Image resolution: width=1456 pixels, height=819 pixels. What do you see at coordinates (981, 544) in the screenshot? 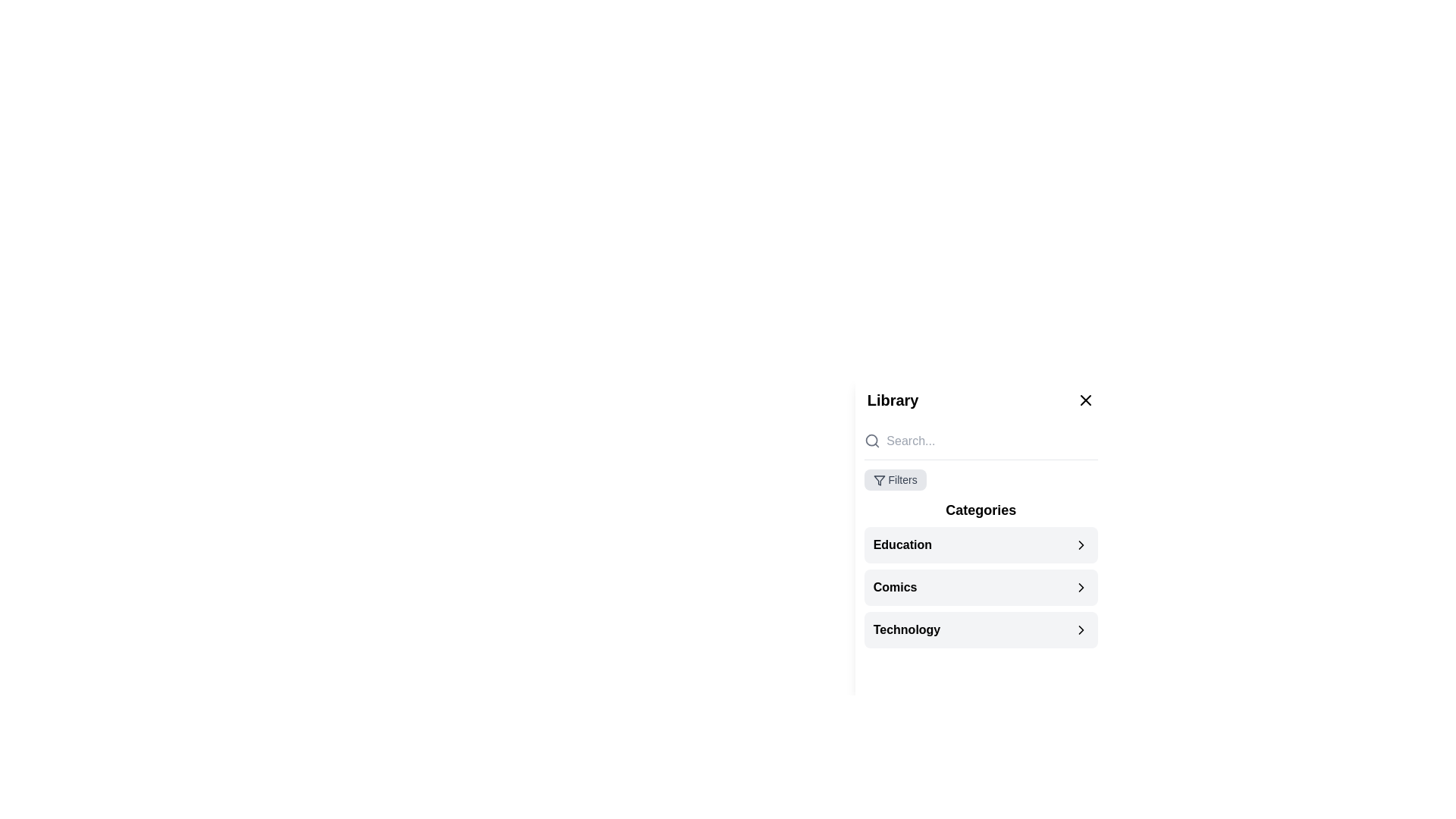
I see `the first selectable category button in the 'Categories' section` at bounding box center [981, 544].